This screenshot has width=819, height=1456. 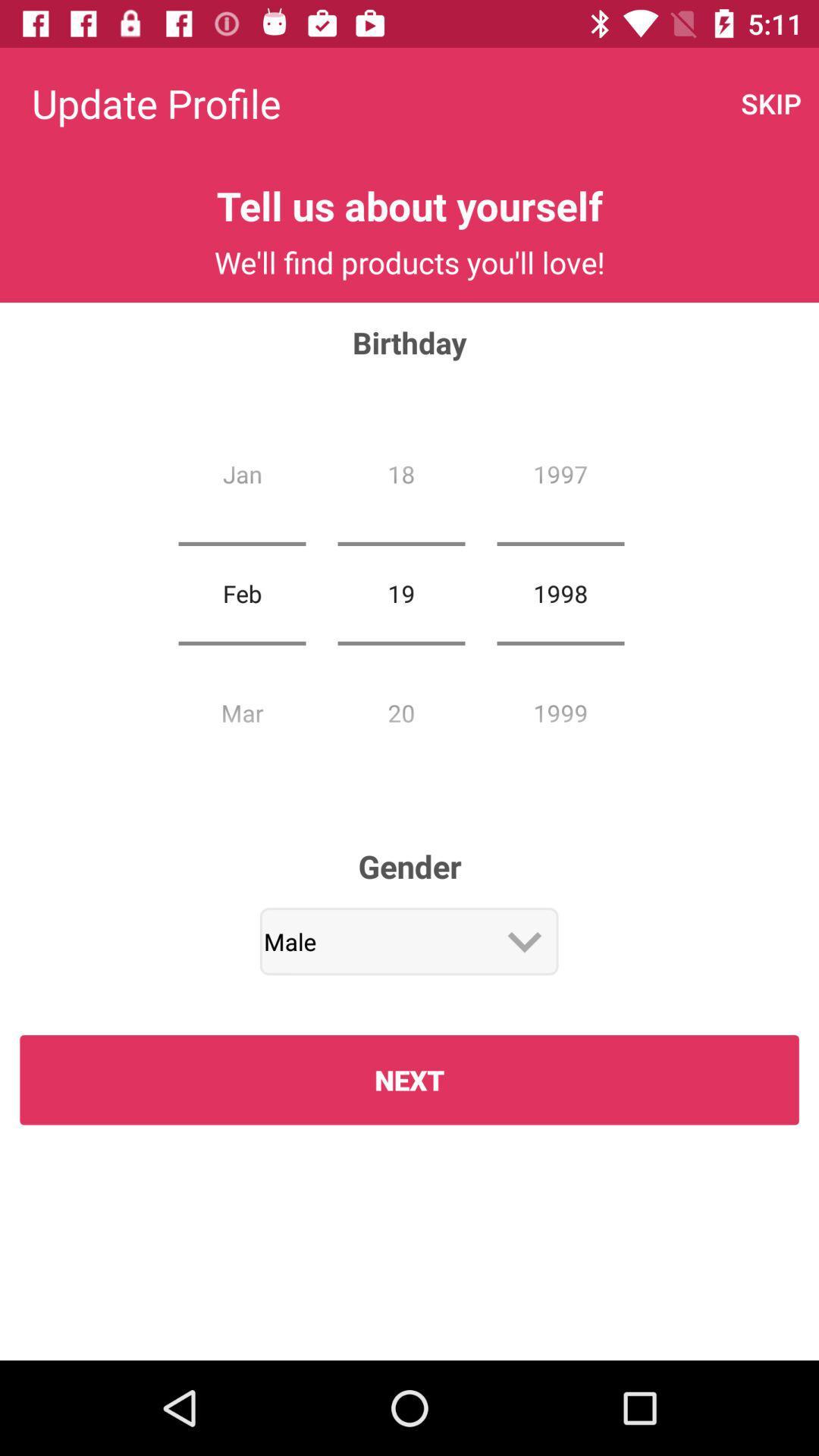 I want to click on the icon next to the 19 item, so click(x=241, y=592).